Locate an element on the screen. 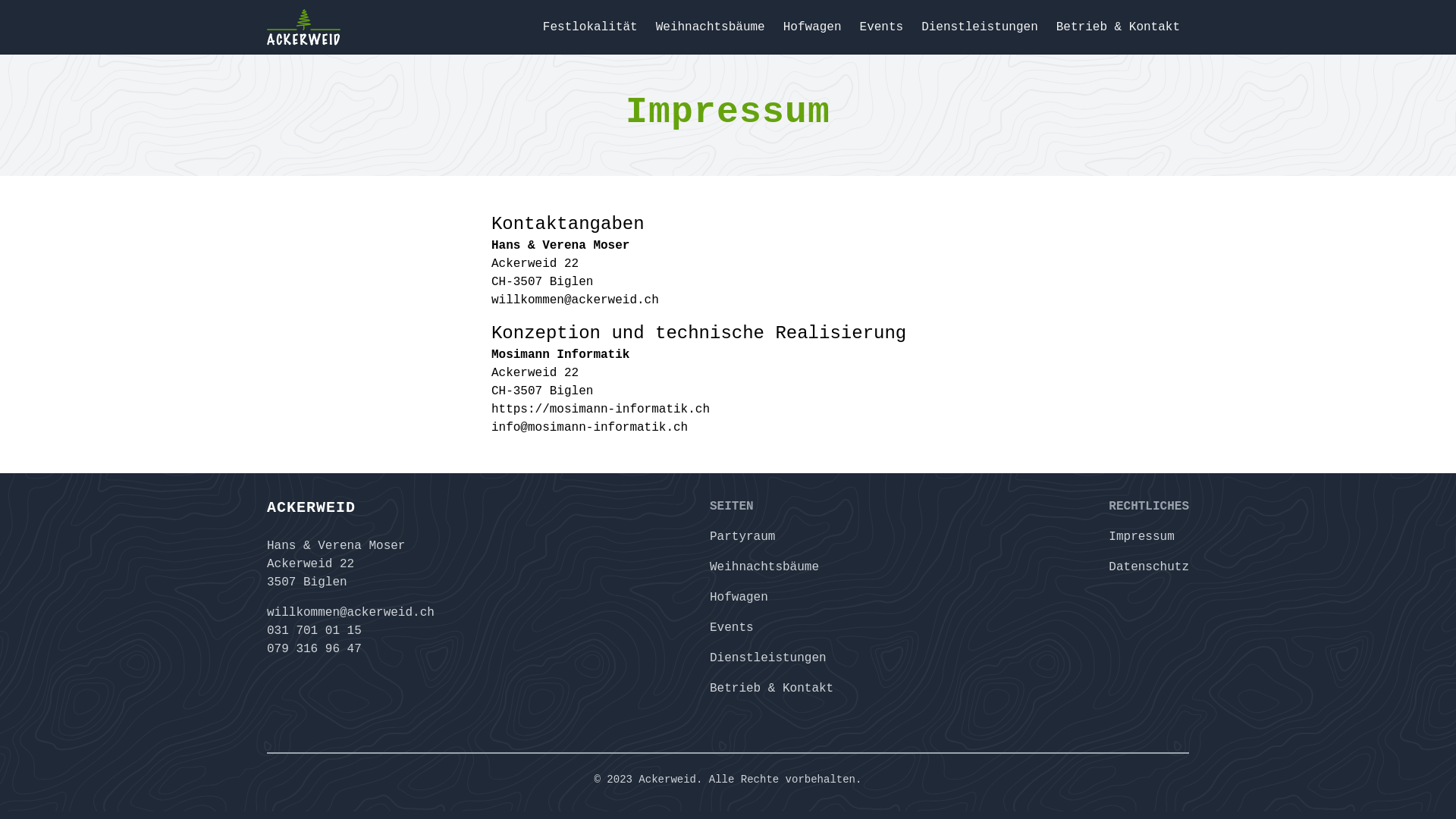 This screenshot has height=819, width=1456. 'info@mosimann-informatik.ch' is located at coordinates (491, 427).